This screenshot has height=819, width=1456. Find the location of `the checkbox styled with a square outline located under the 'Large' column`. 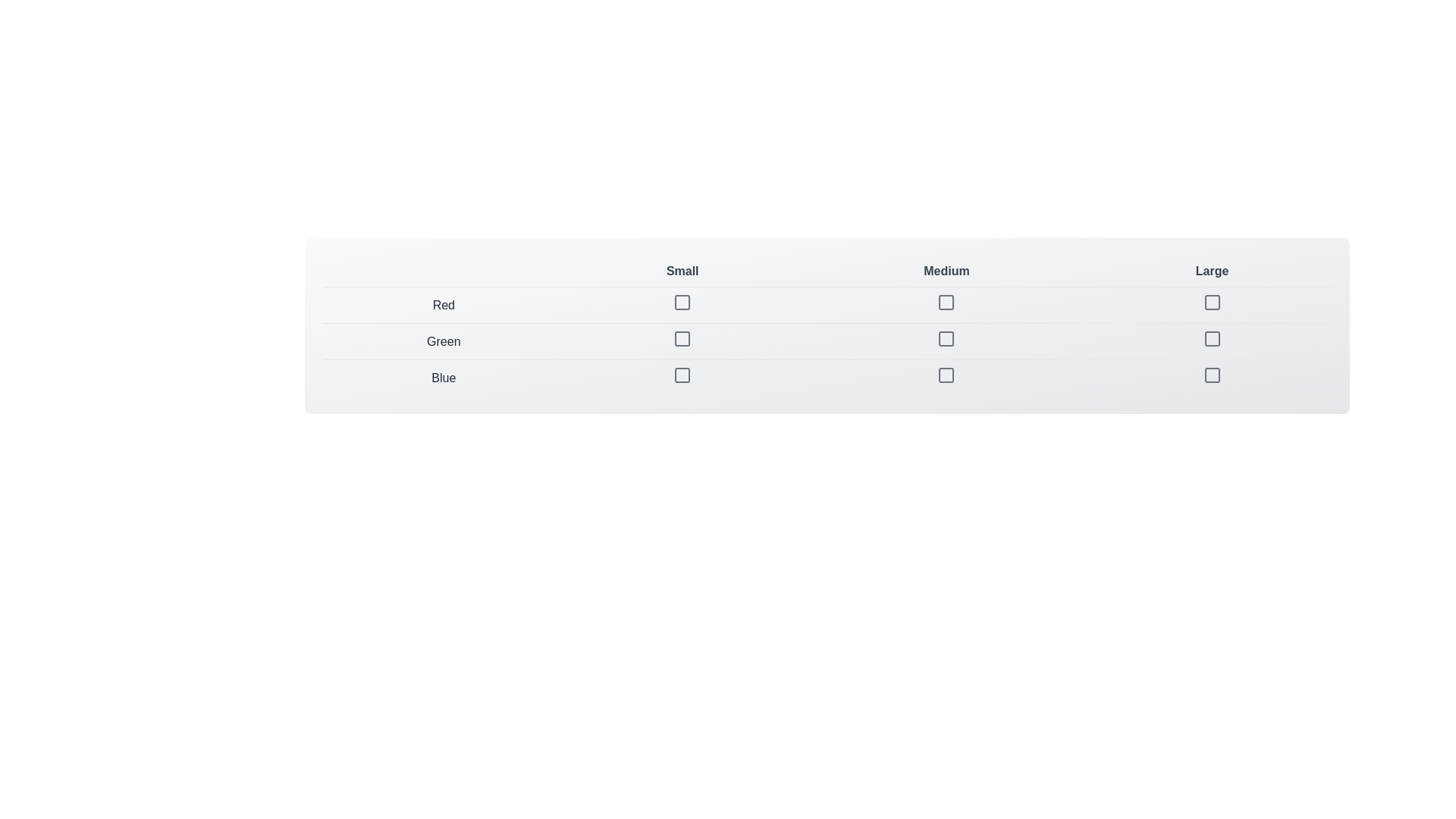

the checkbox styled with a square outline located under the 'Large' column is located at coordinates (1211, 341).